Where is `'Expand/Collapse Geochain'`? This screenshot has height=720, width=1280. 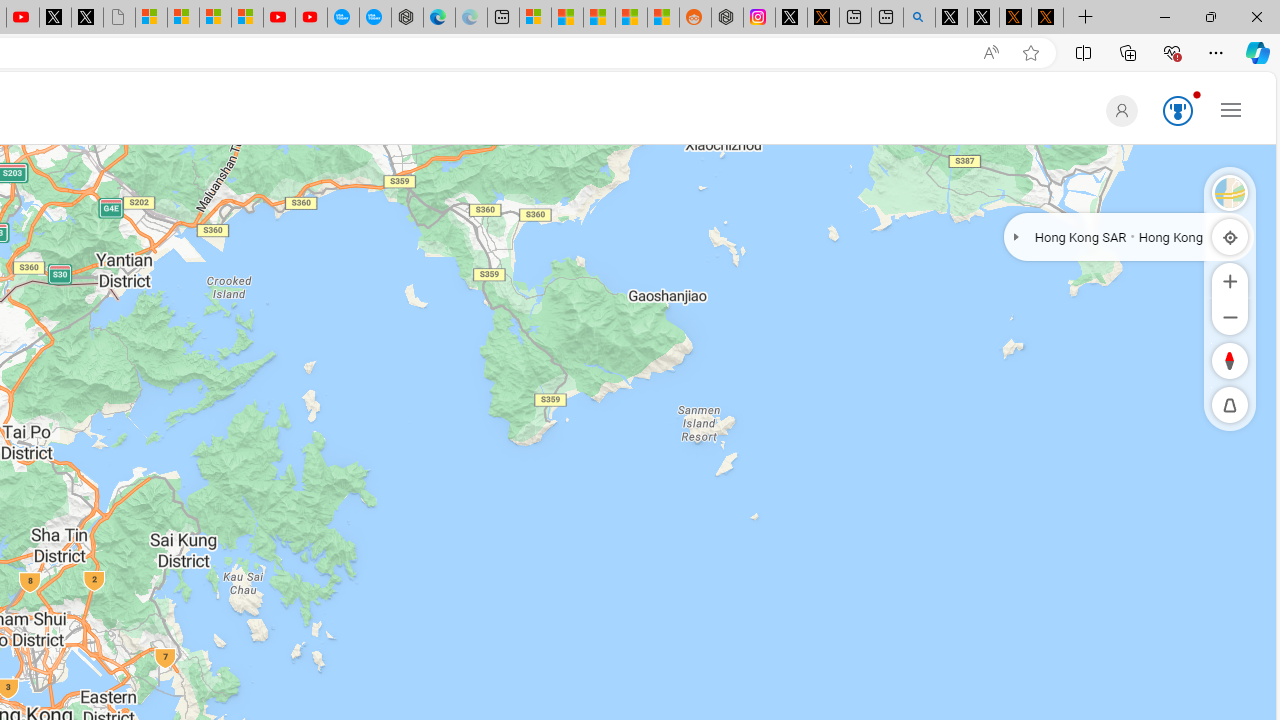
'Expand/Collapse Geochain' is located at coordinates (1016, 235).